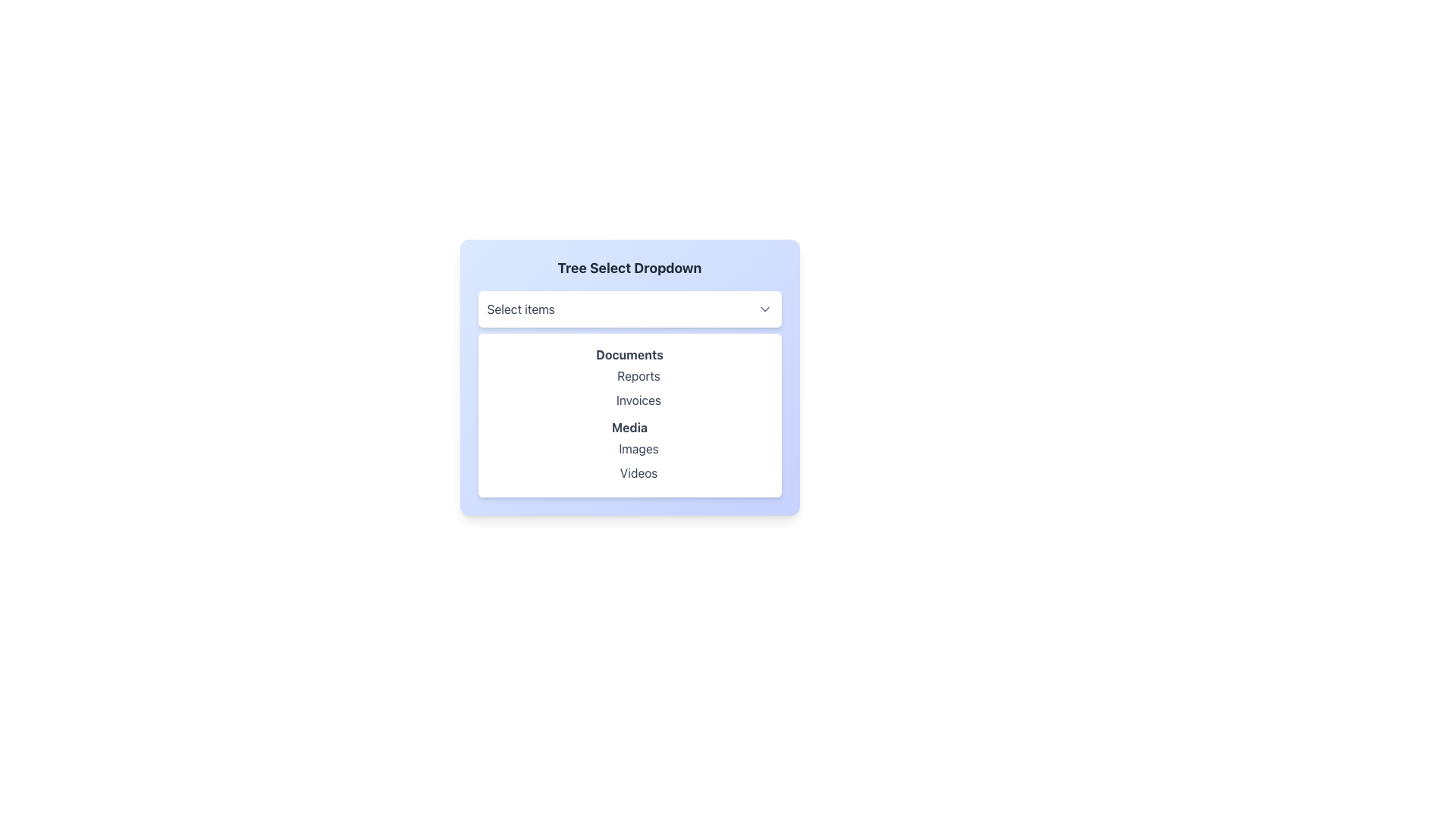 This screenshot has height=819, width=1456. What do you see at coordinates (629, 376) in the screenshot?
I see `the 'Tree Select Dropdown' menu` at bounding box center [629, 376].